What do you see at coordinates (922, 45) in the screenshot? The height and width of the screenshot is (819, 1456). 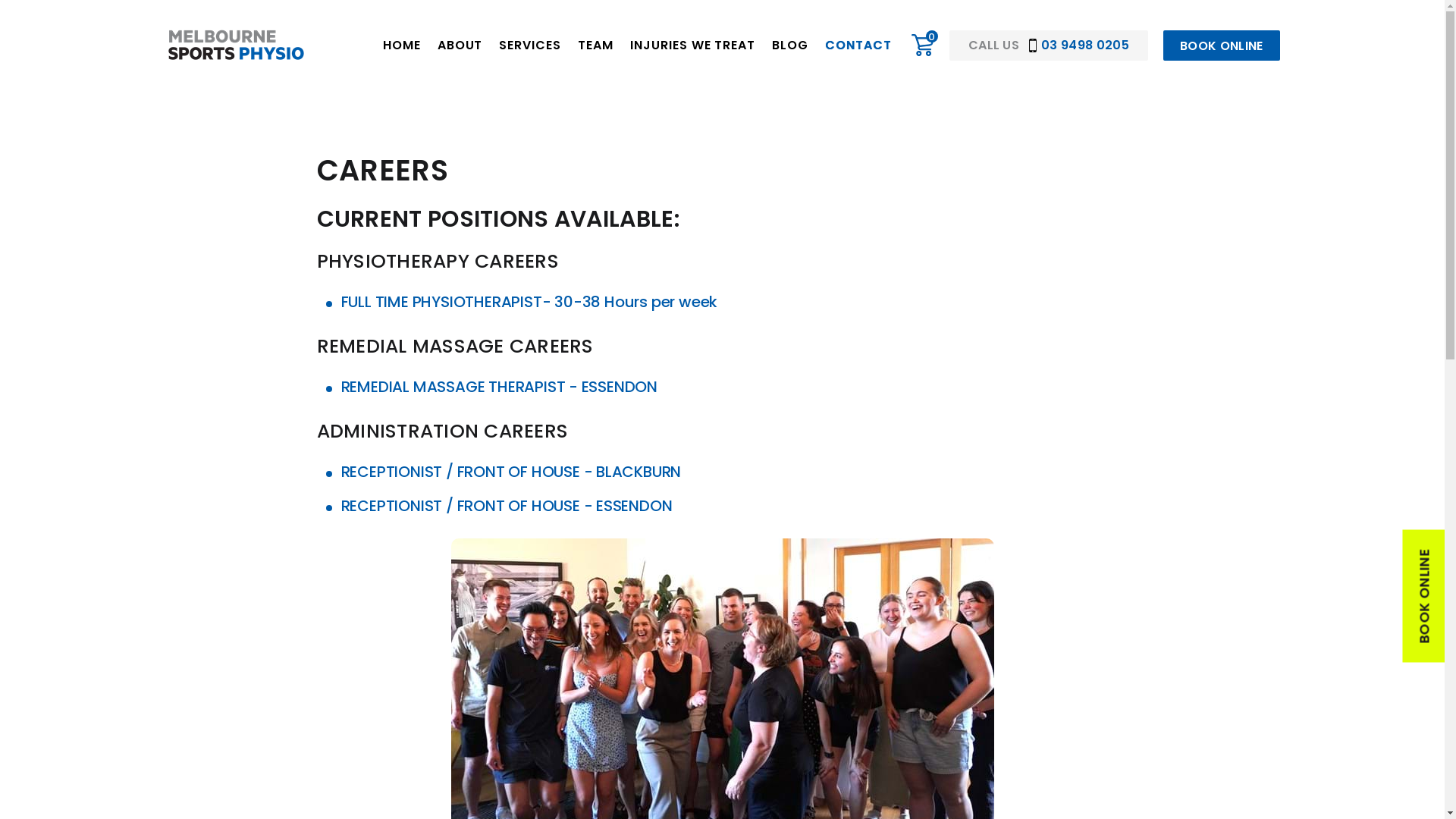 I see `'0'` at bounding box center [922, 45].